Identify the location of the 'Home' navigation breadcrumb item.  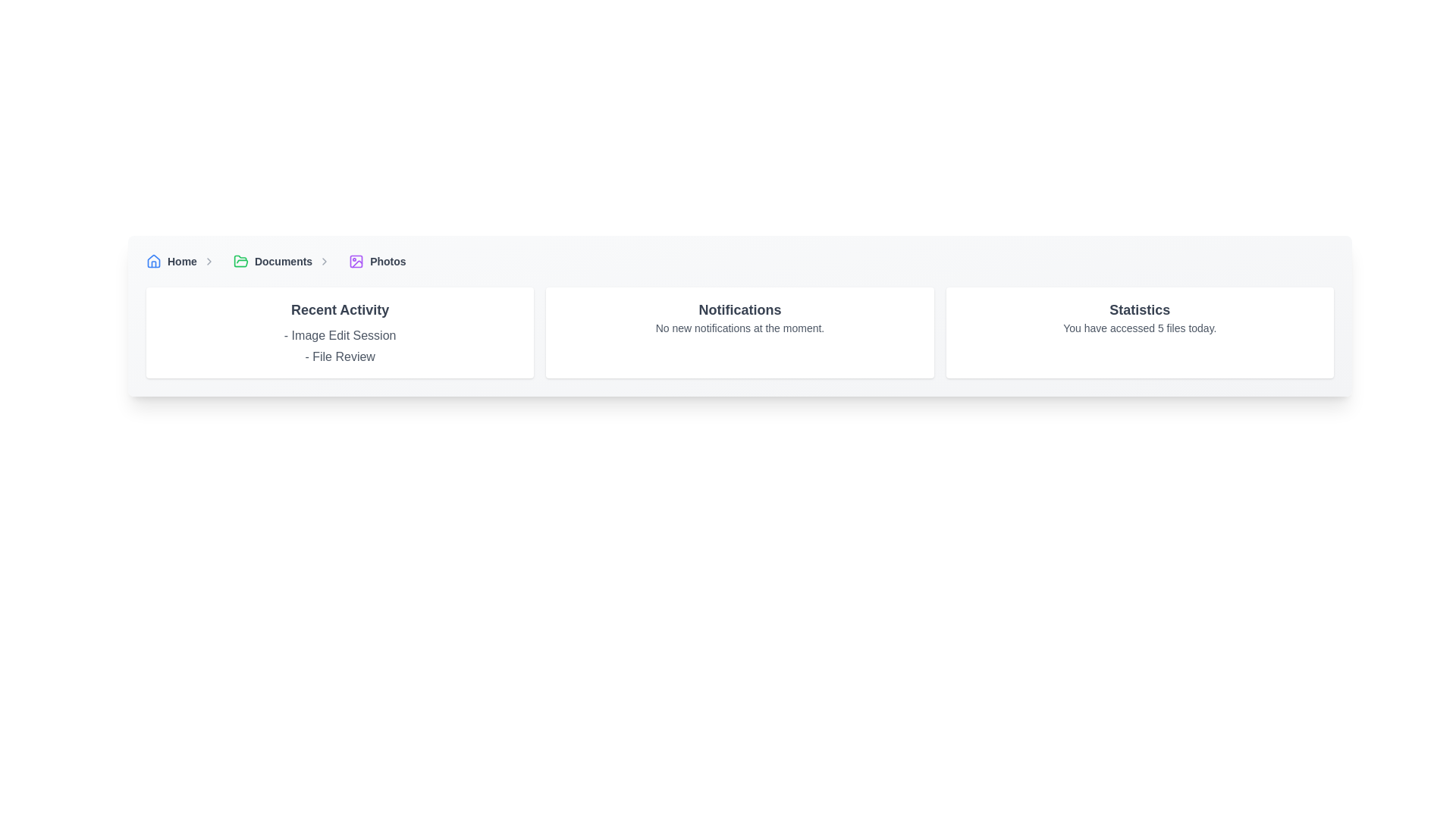
(183, 260).